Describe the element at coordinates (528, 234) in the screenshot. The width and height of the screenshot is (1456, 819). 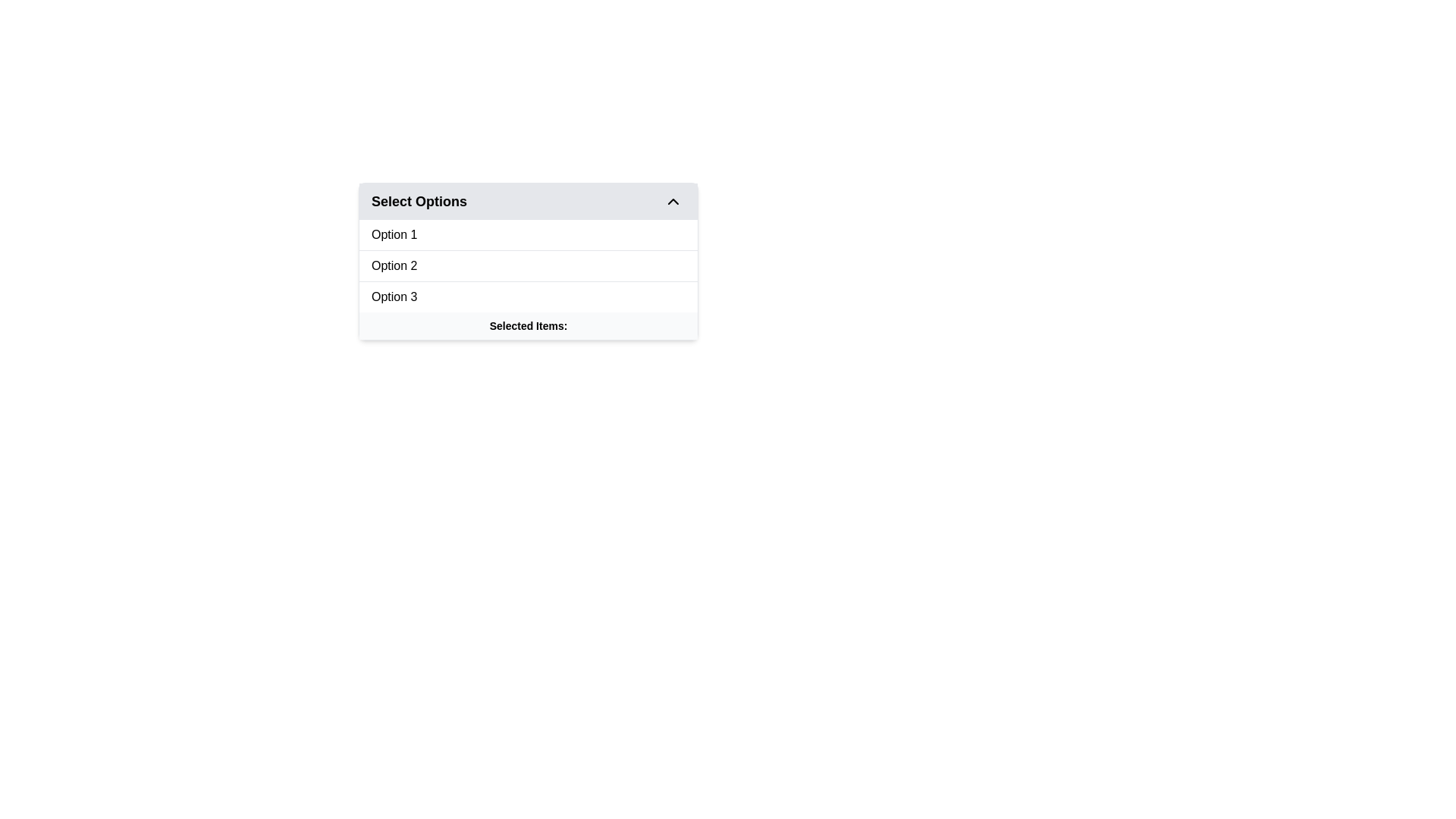
I see `the first option in the dropdown menu labeled 'Select Options'` at that location.